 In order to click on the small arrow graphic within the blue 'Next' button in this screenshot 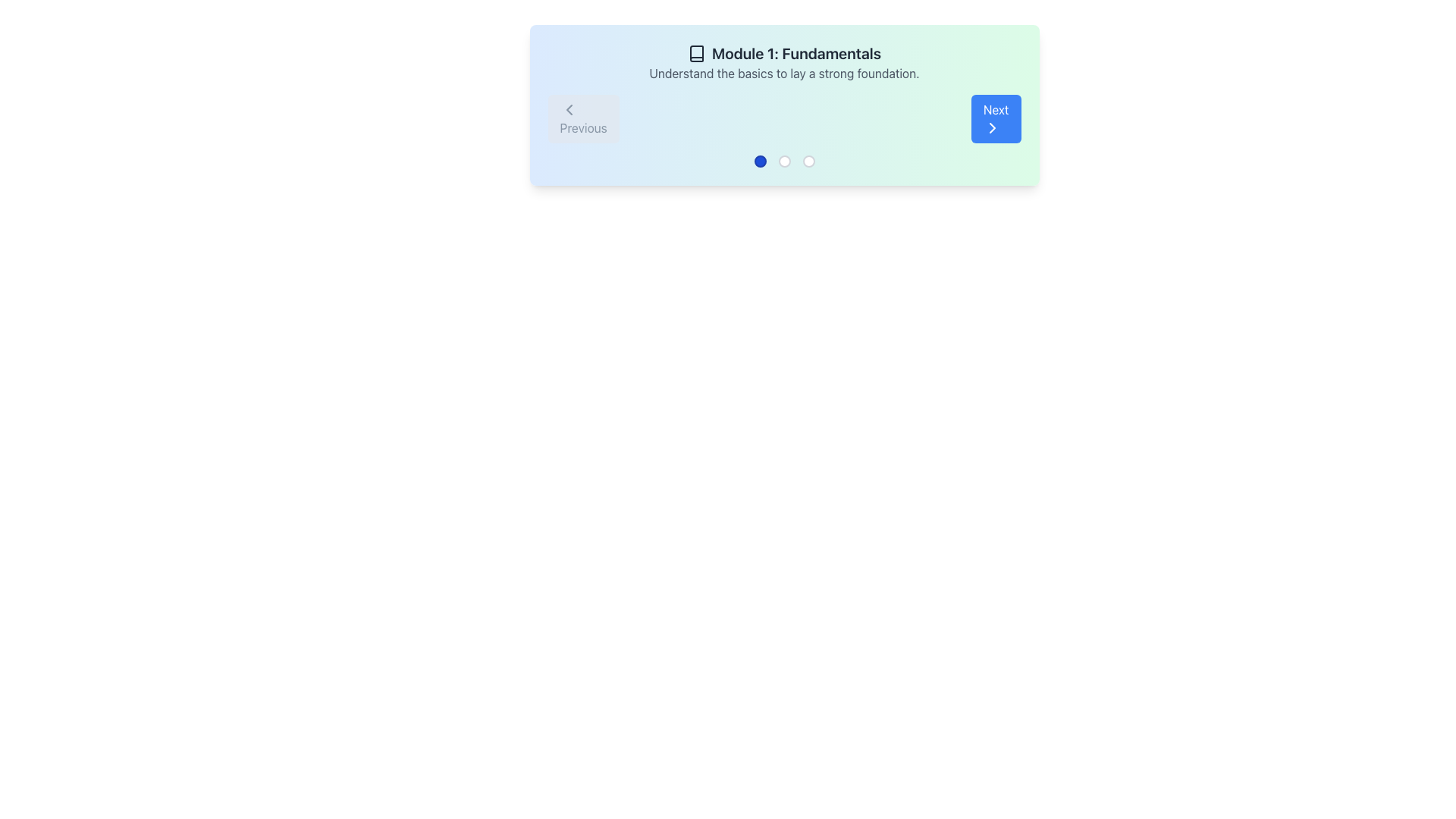, I will do `click(992, 127)`.